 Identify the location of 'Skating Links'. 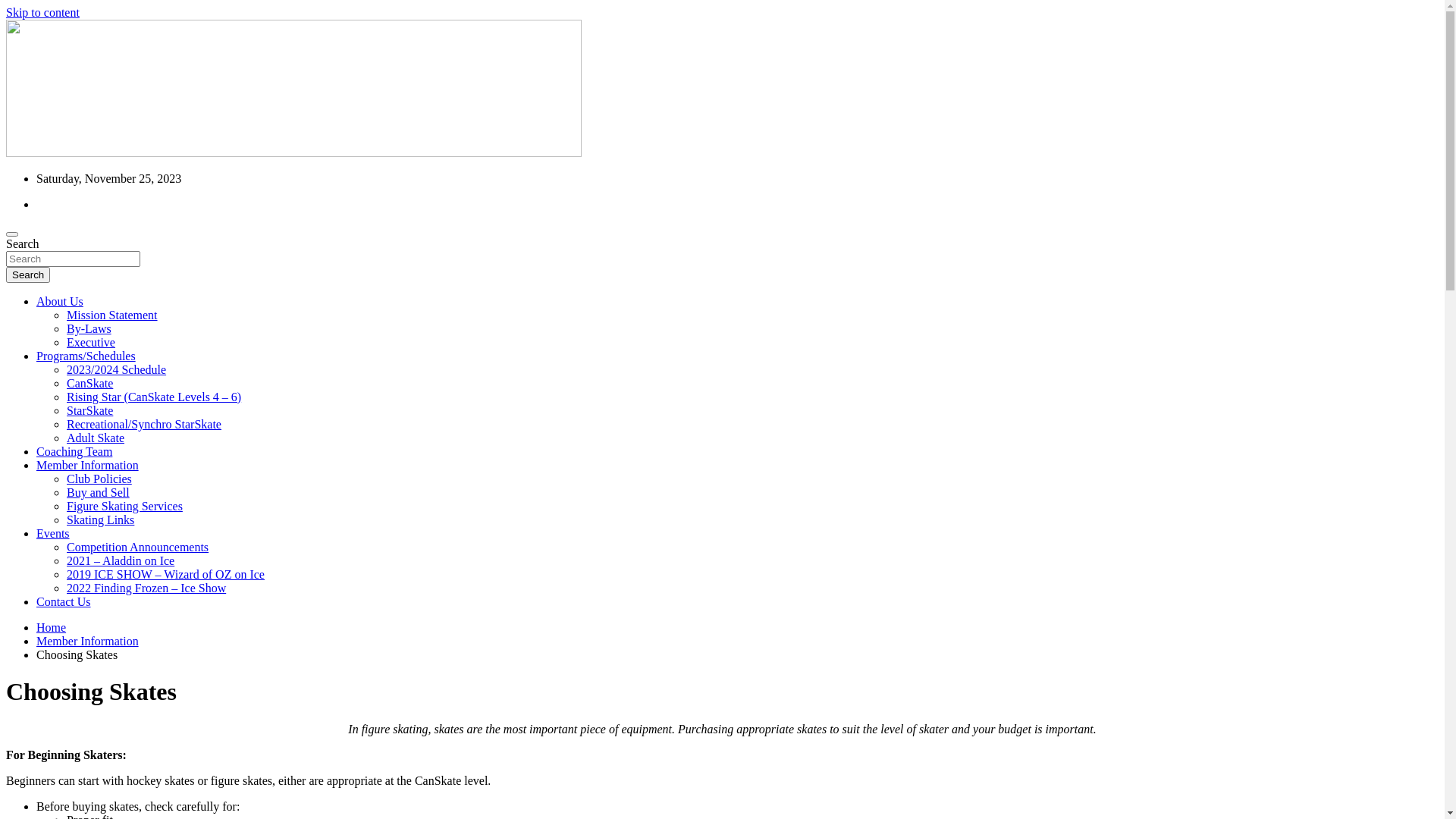
(99, 519).